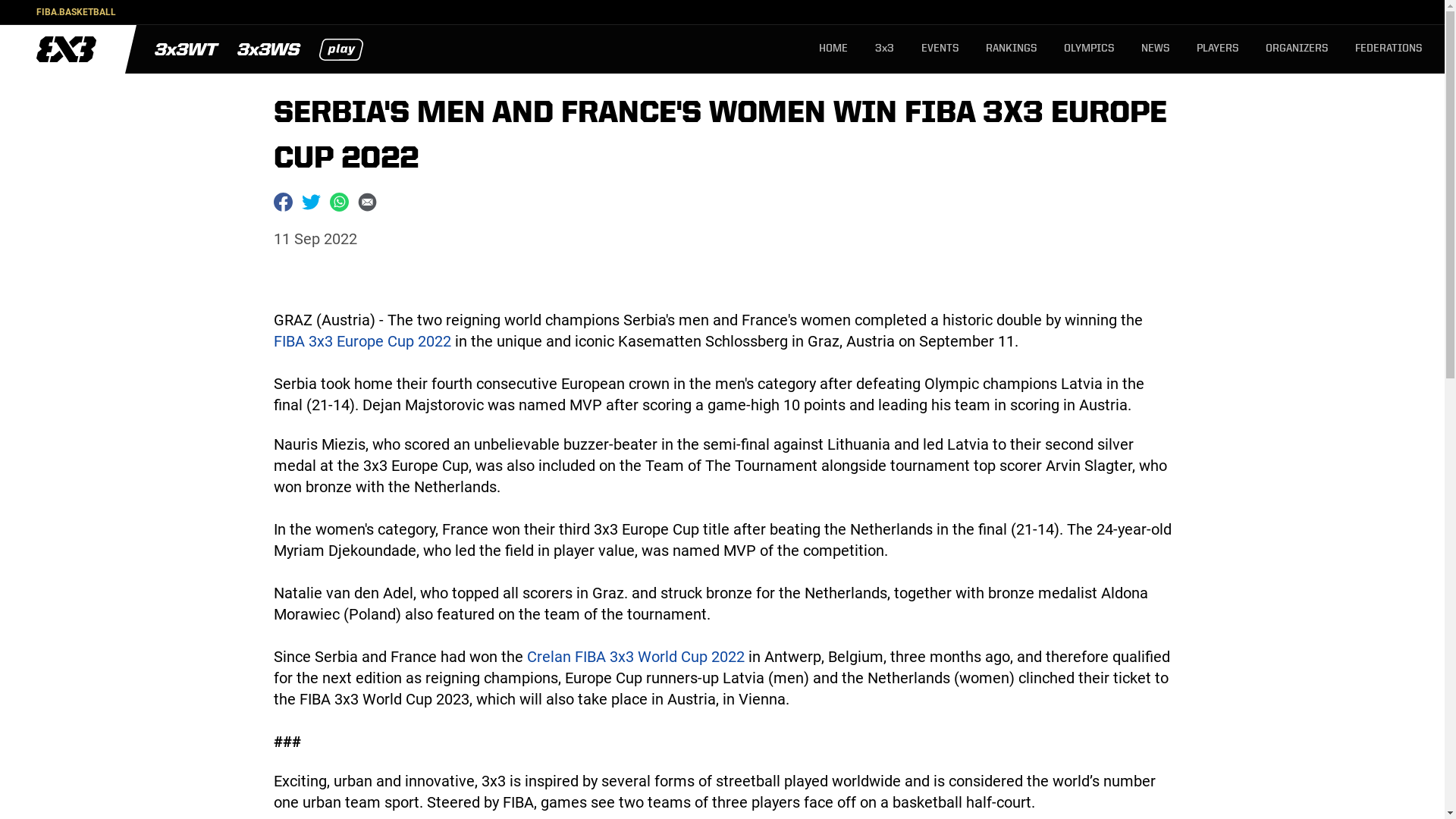 The width and height of the screenshot is (1456, 819). What do you see at coordinates (360, 341) in the screenshot?
I see `'FIBA 3x3 Europe Cup 2022'` at bounding box center [360, 341].